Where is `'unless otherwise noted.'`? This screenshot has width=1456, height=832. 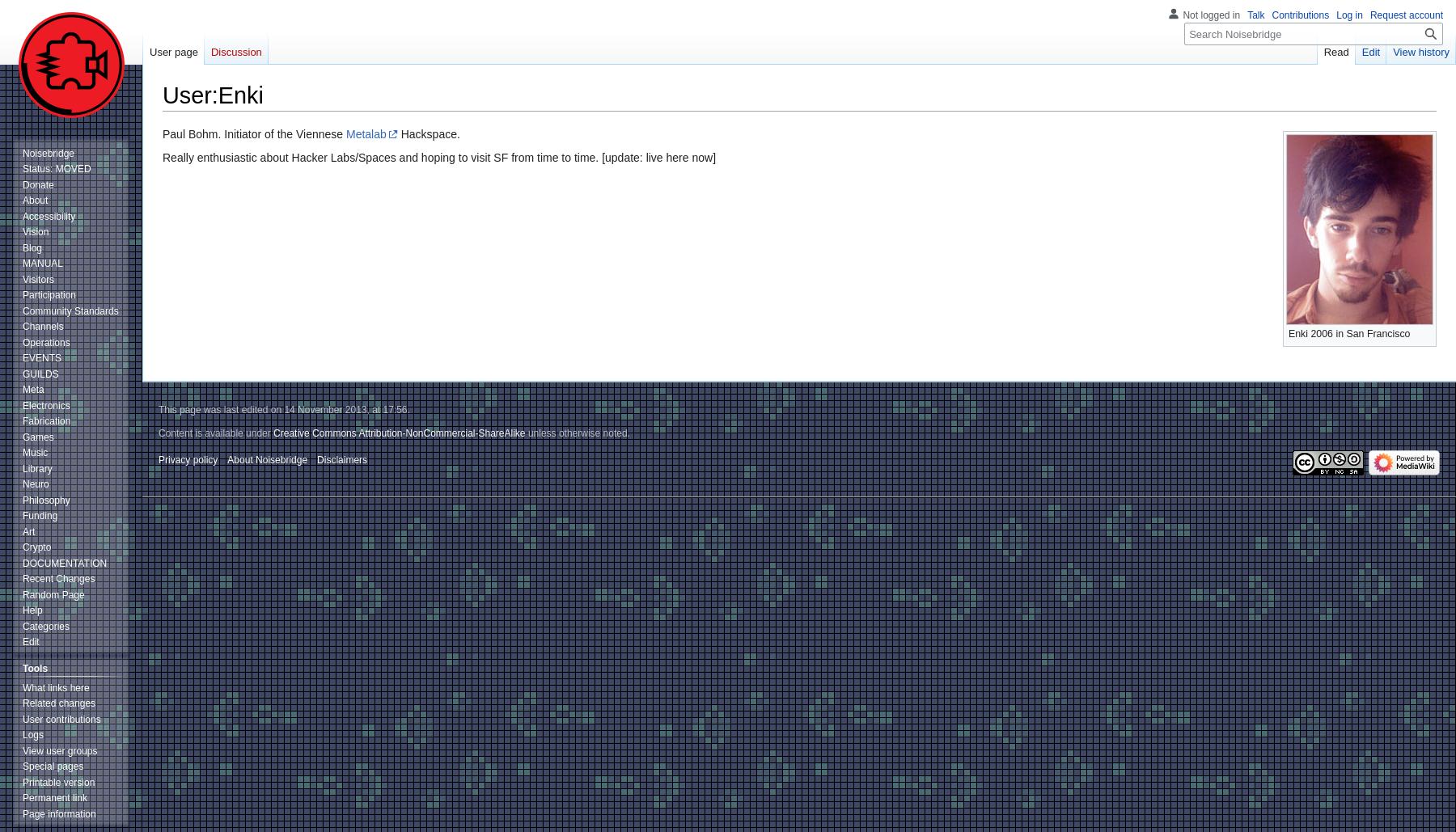
'unless otherwise noted.' is located at coordinates (576, 433).